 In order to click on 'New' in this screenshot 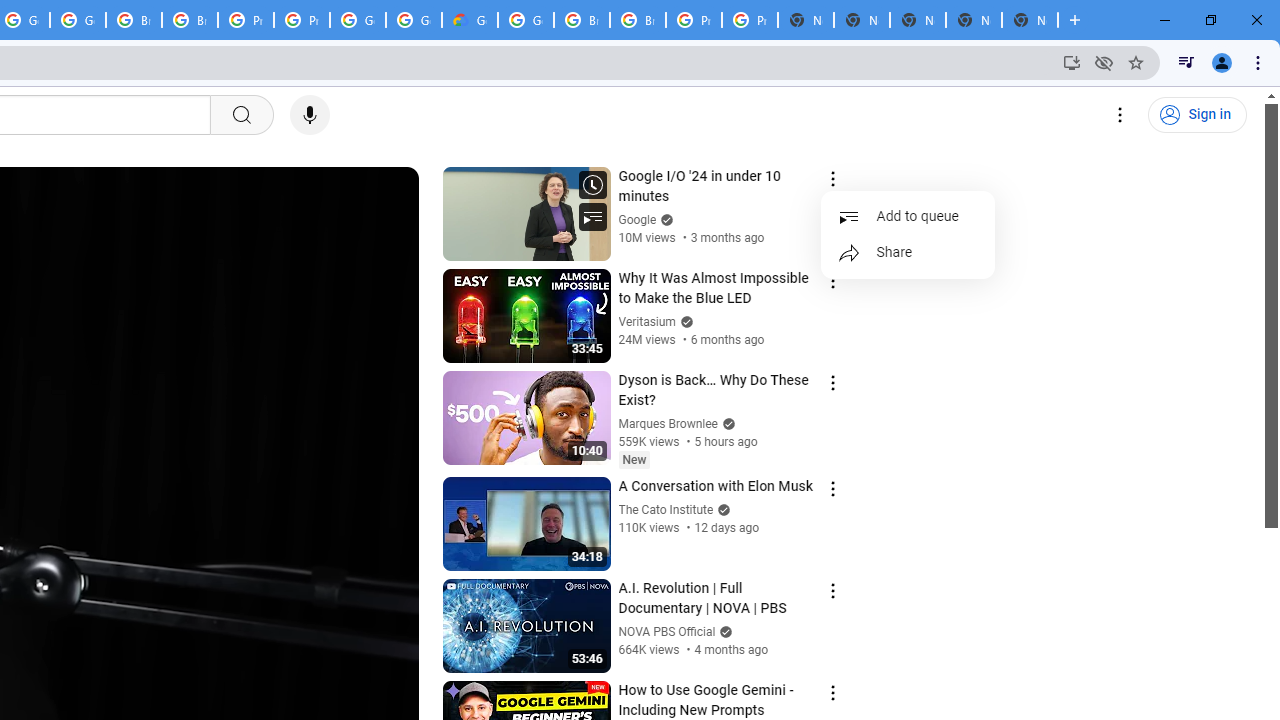, I will do `click(633, 459)`.